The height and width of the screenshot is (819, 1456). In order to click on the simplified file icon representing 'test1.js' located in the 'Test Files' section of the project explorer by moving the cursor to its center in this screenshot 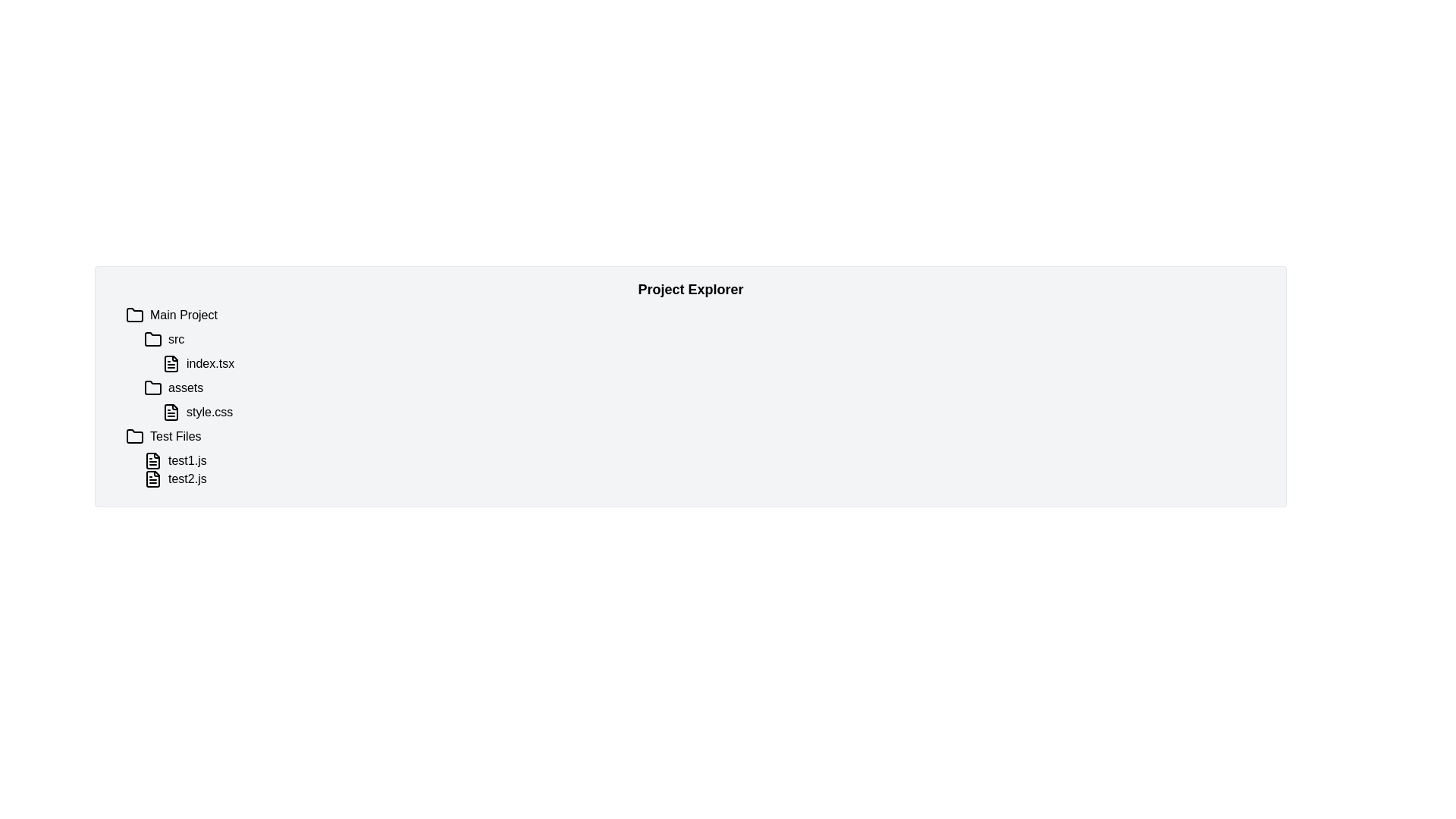, I will do `click(152, 460)`.